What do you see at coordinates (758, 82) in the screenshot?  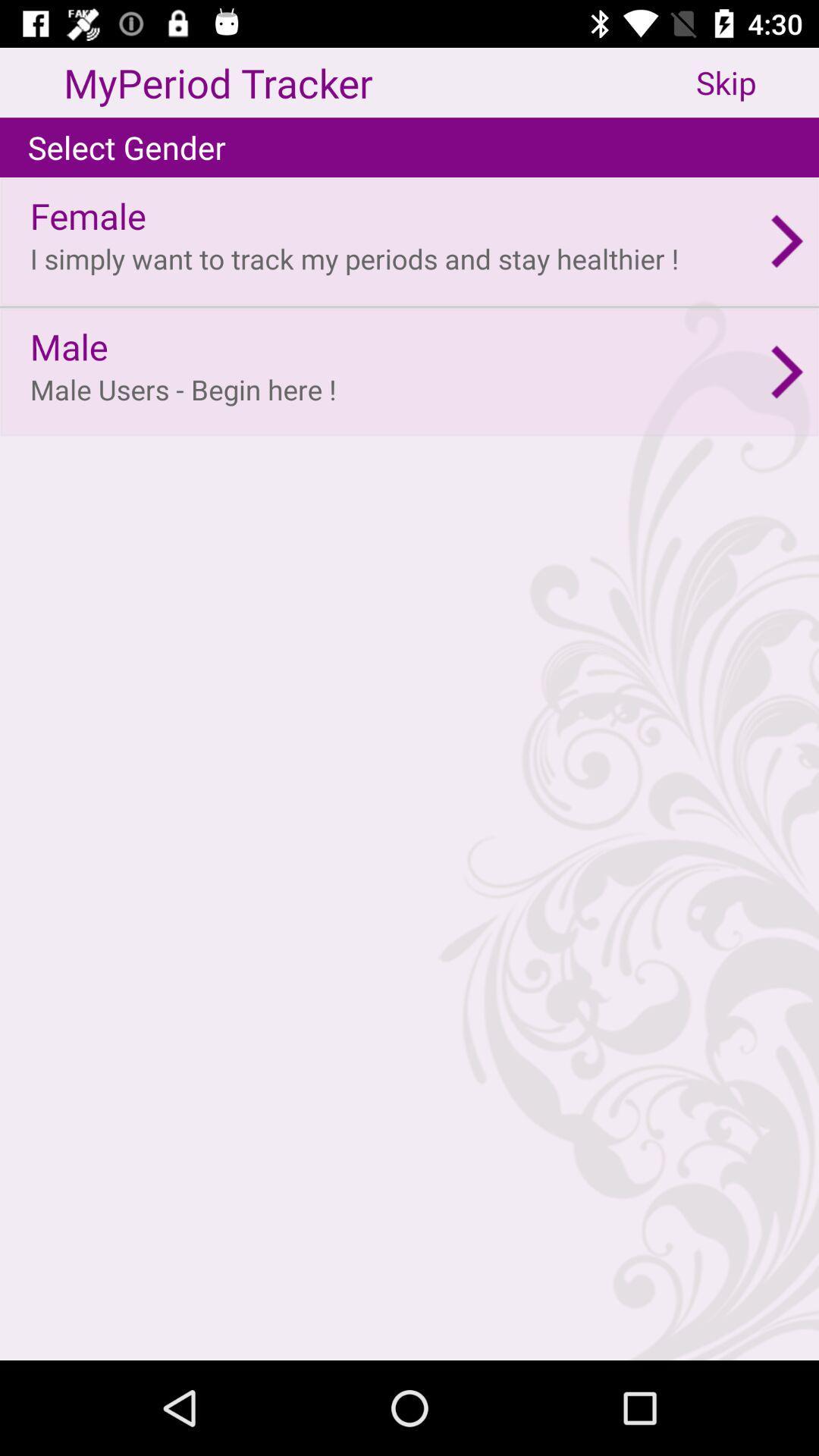 I see `the skip` at bounding box center [758, 82].